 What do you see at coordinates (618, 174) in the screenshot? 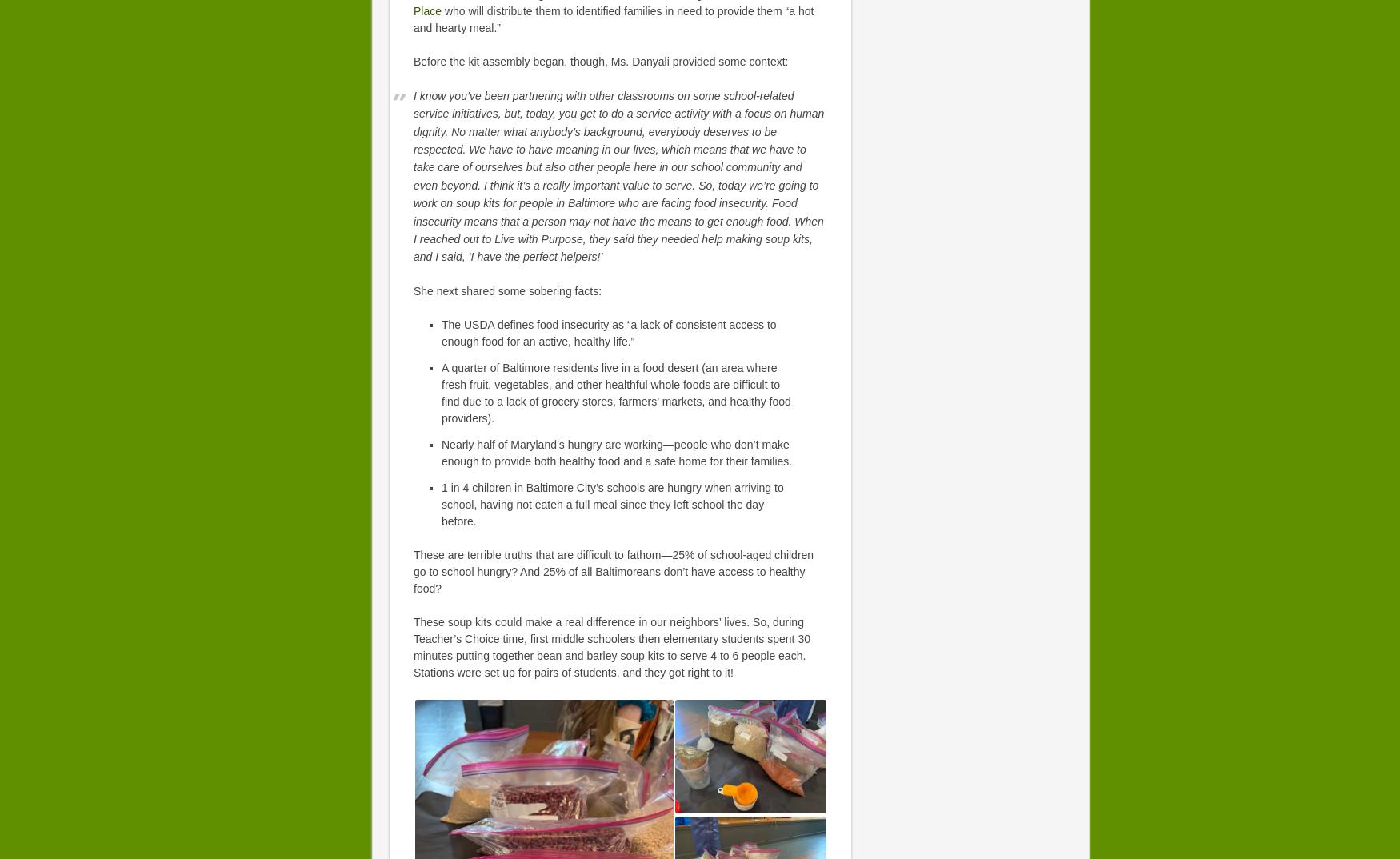
I see `'I know you’ve been partnering with other classrooms on some school-related service initiatives, but, today, you get to do a service activity with a focus on human dignity. No matter what anybody’s background, everybody deserves to be respected. We have to have meaning in our lives, which means that we have to take care of ourselves but also other people here in our school community and even beyond. I think it’s a really important value to serve. So, today we’re going to work on soup kits for people in Baltimore who are facing food insecurity. Food insecurity means that a person may not have the means to get enough food. When I reached out to Live with Purpose, they said they needed help making soup kits, and I said, ‘I have the perfect helpers!’'` at bounding box center [618, 174].